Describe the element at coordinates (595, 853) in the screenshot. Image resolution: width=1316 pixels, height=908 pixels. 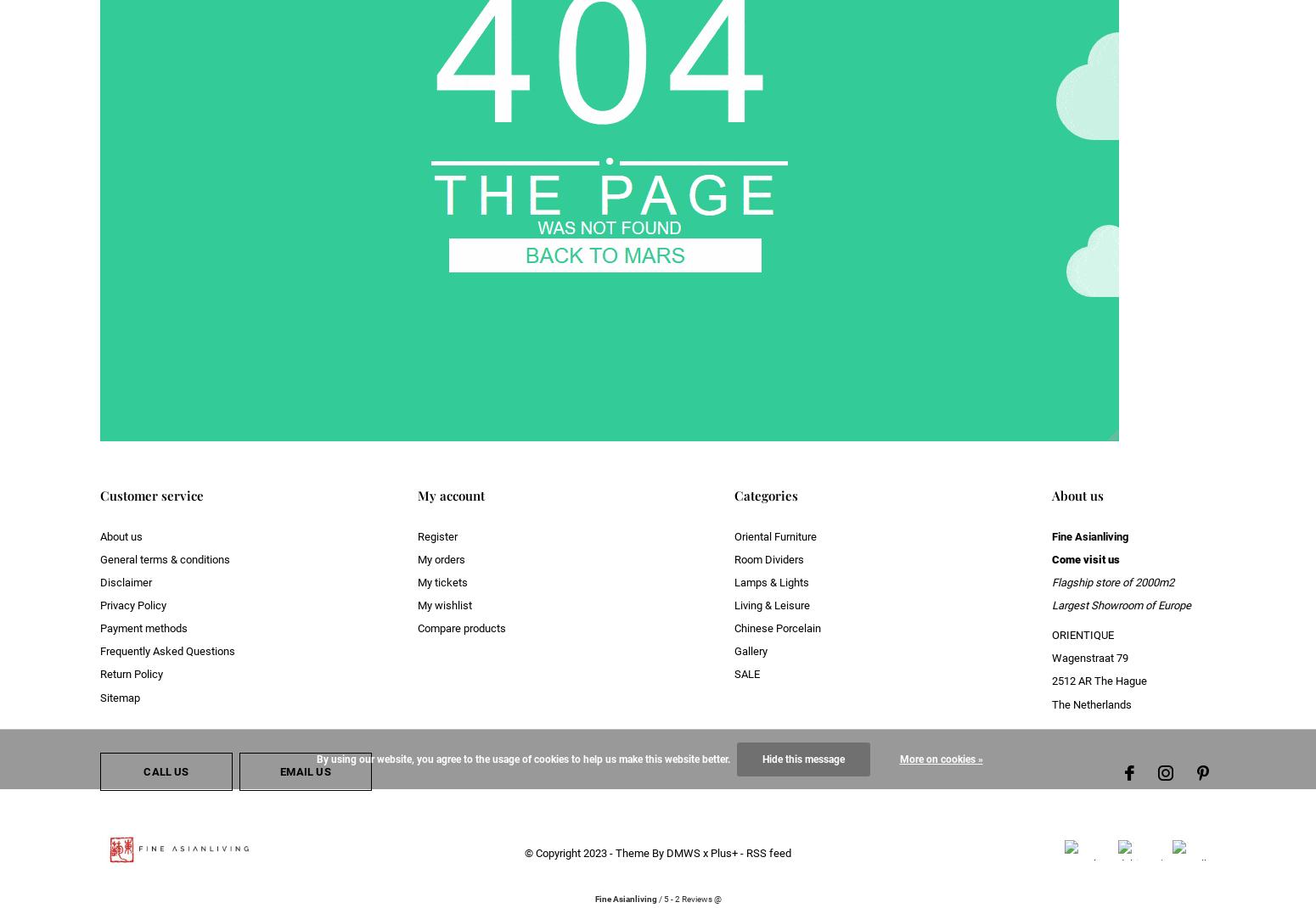
I see `'2023'` at that location.